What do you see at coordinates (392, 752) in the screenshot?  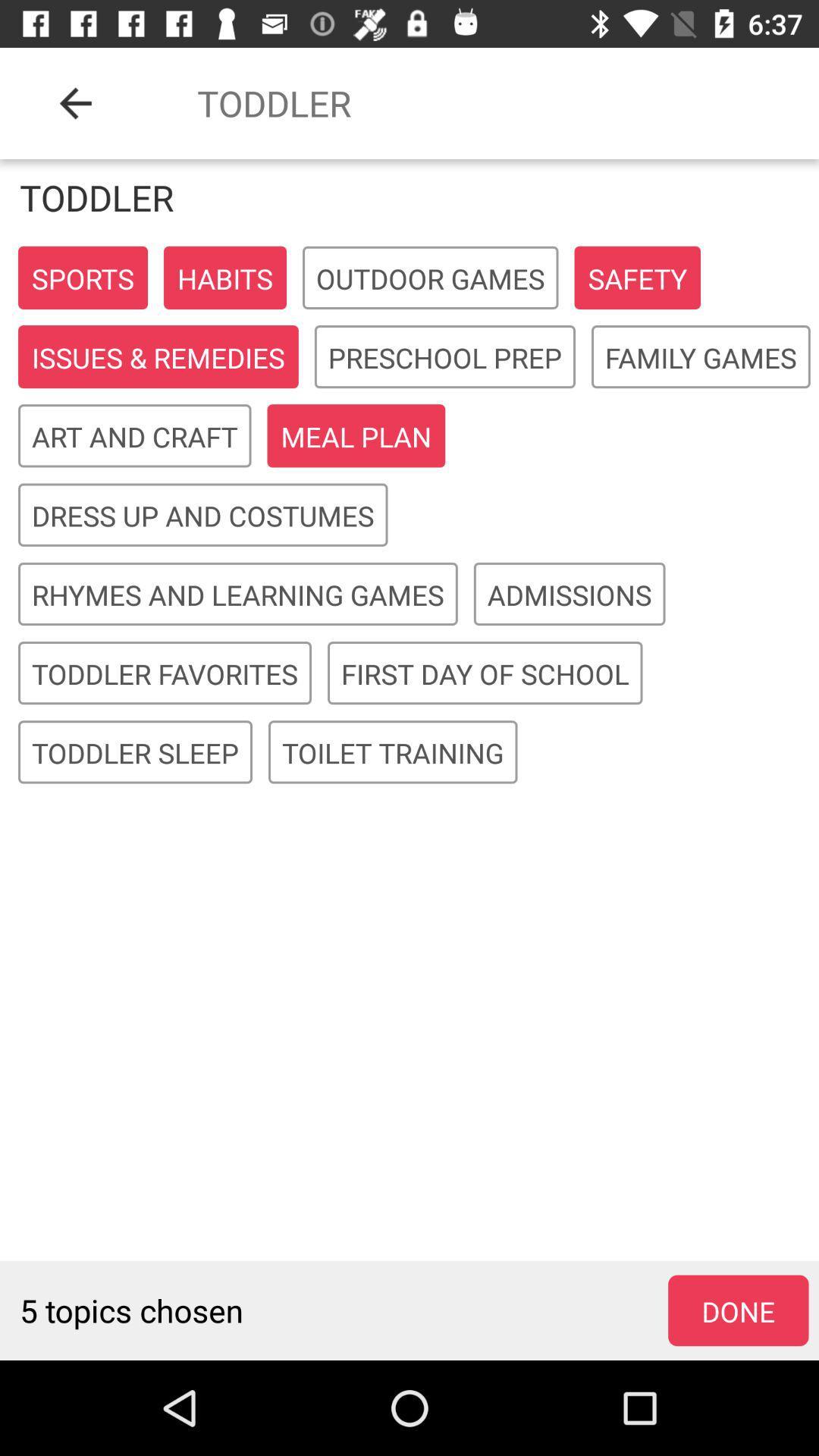 I see `toilet training in the last line` at bounding box center [392, 752].